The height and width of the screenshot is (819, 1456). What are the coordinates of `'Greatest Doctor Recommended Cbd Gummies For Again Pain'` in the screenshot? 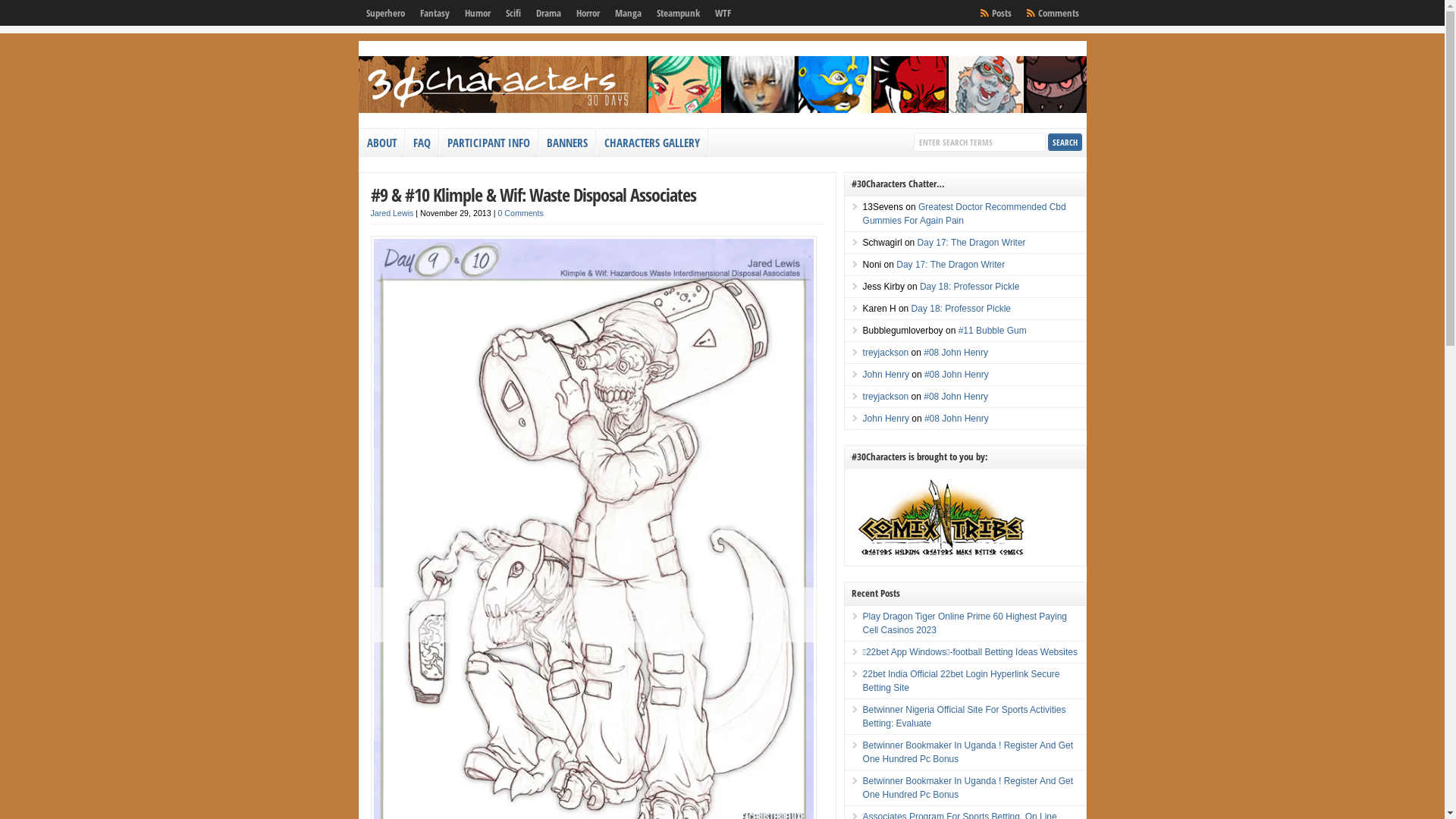 It's located at (964, 213).